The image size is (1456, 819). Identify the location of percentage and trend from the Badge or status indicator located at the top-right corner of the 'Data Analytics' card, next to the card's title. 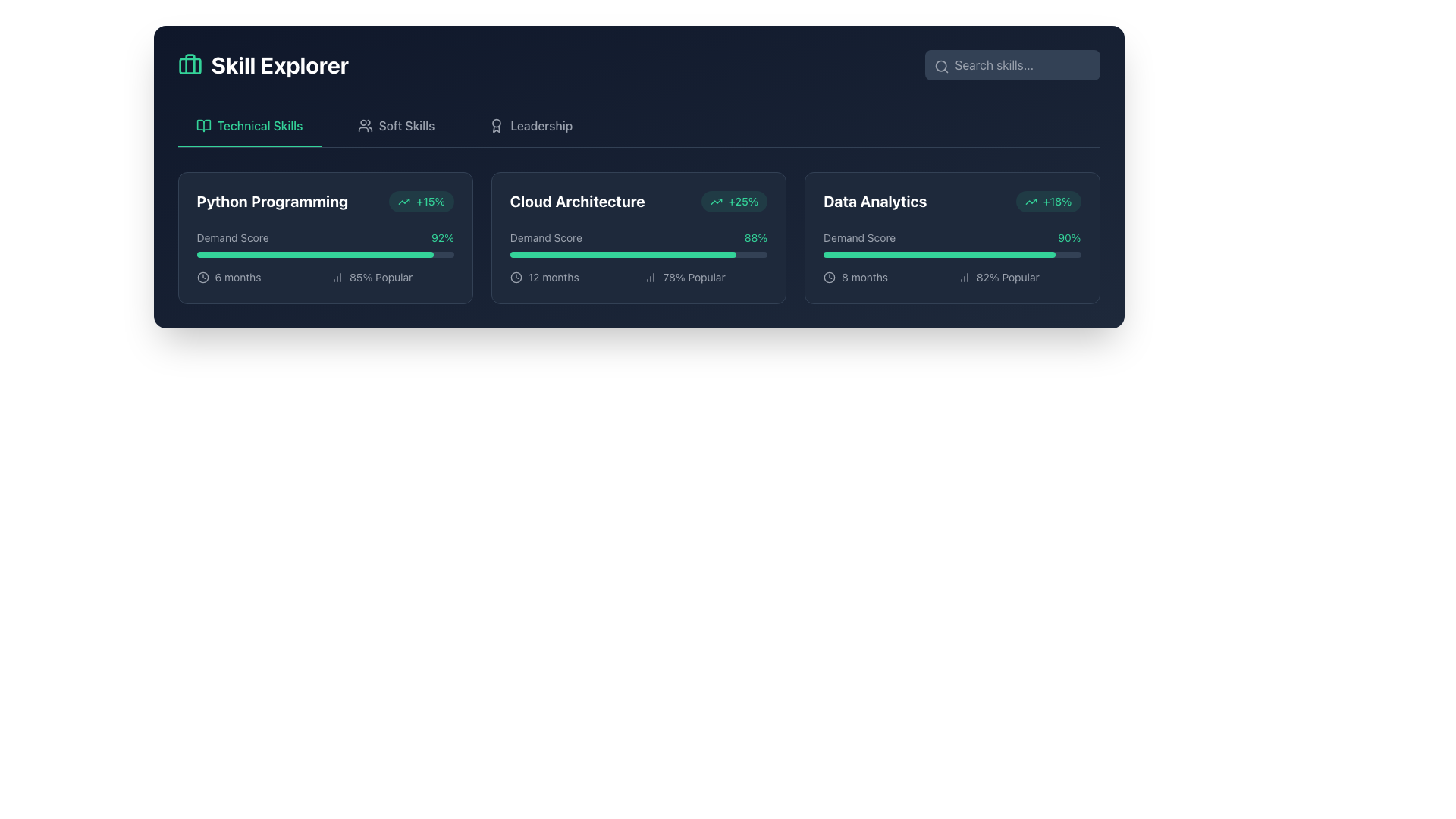
(1047, 201).